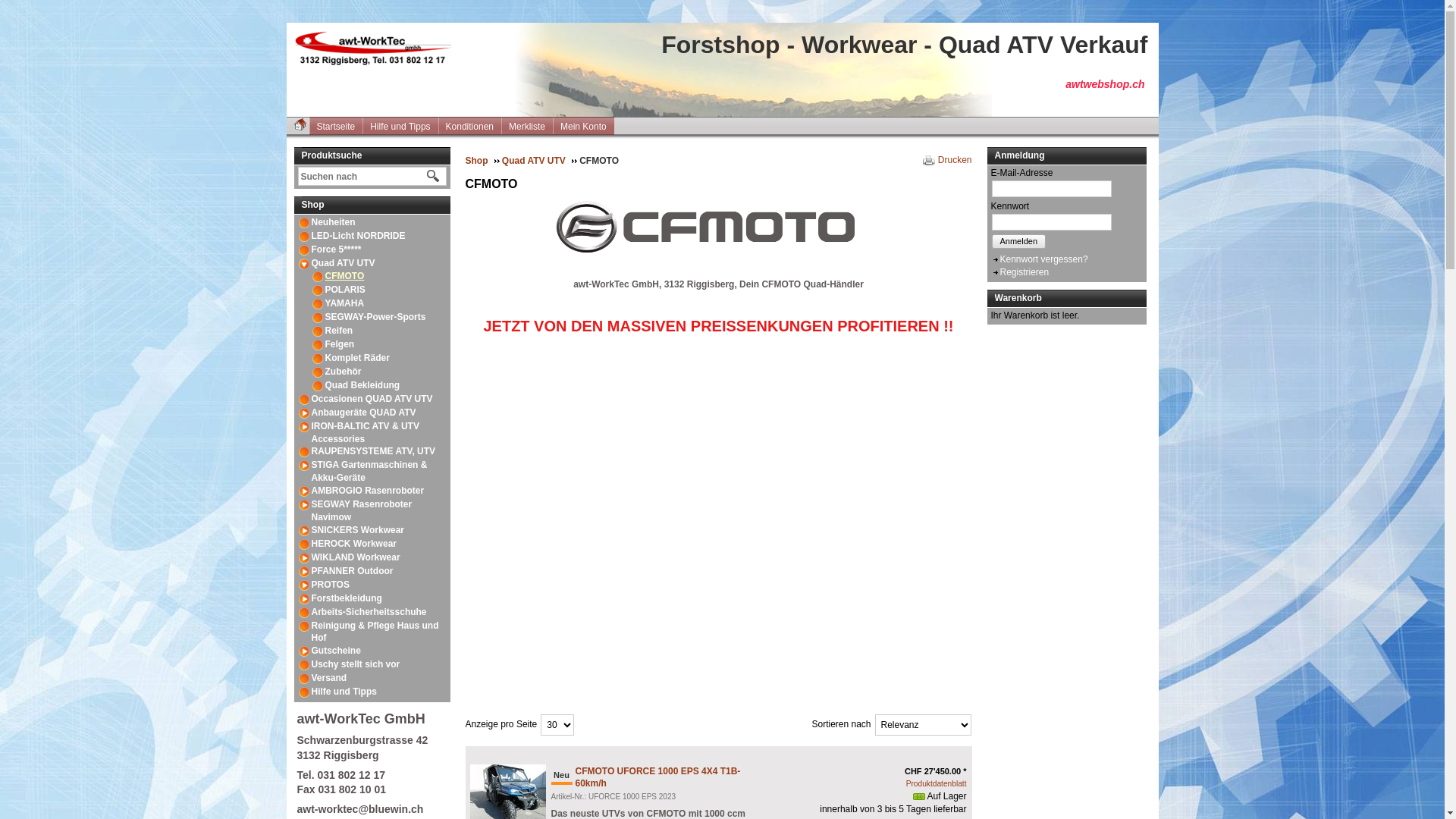  I want to click on 'SEGWAY Rasenroboter Navimow', so click(360, 510).